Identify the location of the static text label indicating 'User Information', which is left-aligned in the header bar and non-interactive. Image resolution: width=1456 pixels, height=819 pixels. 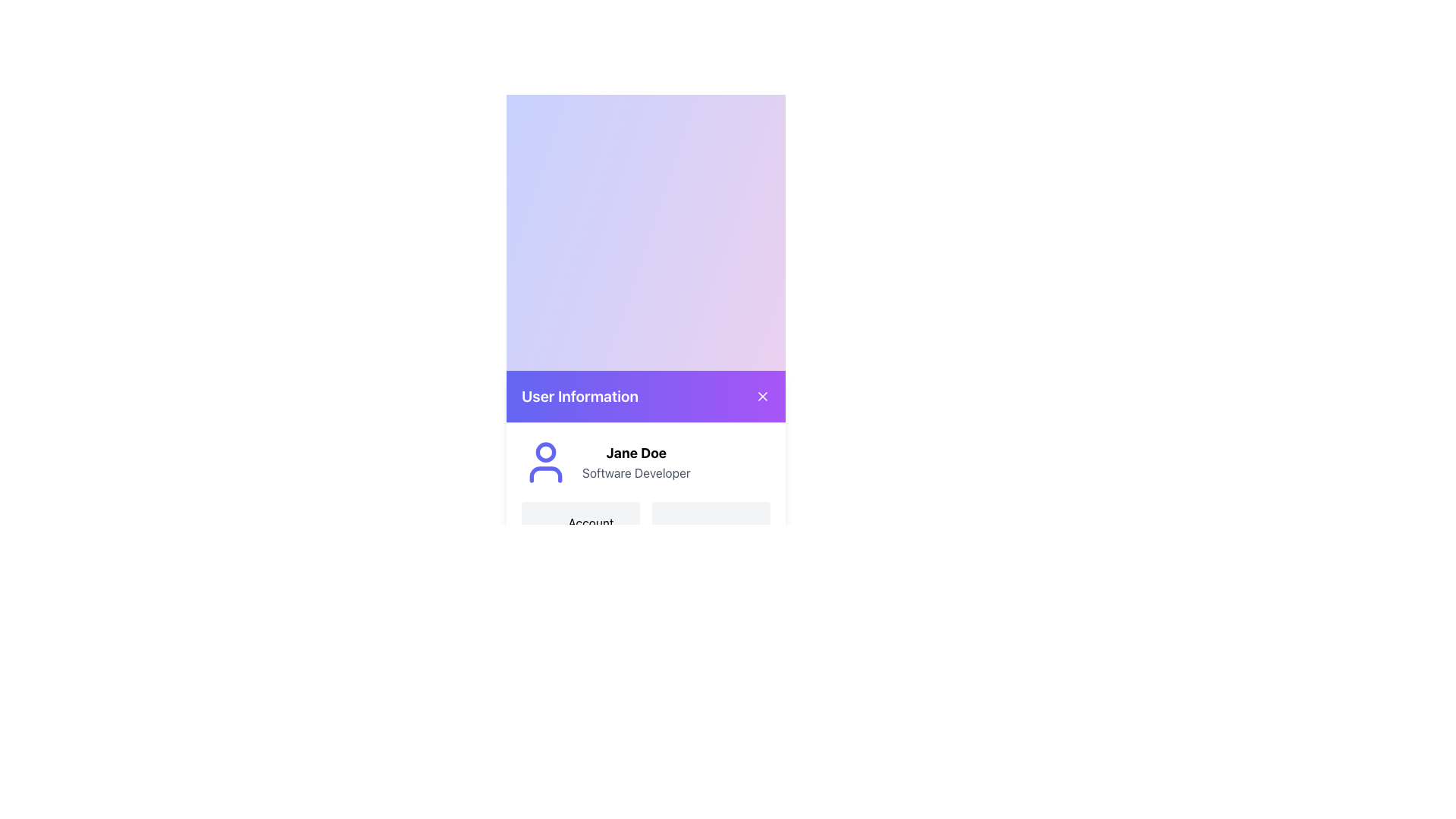
(579, 395).